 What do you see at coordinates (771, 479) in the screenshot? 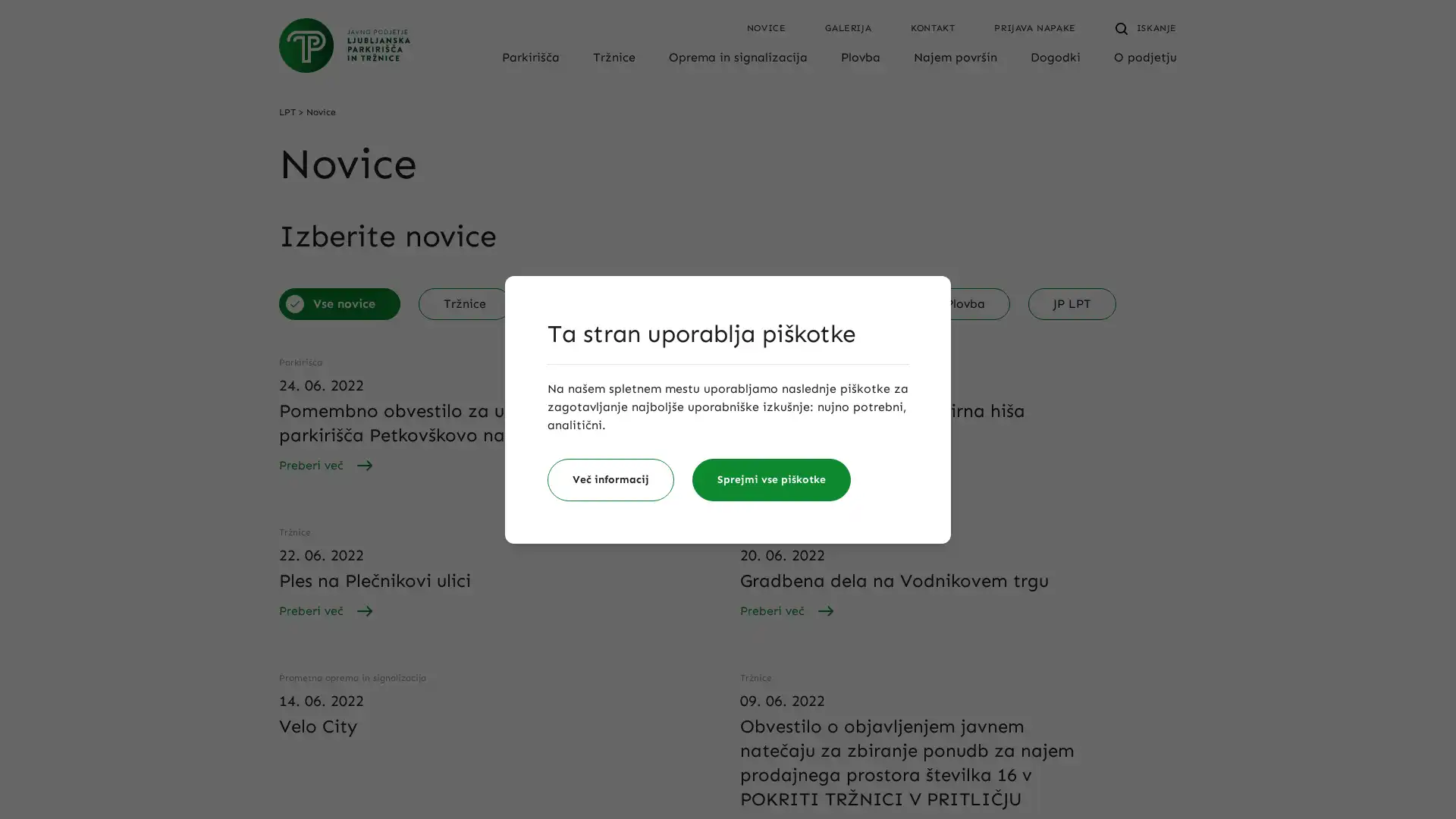
I see `Sprejmi vse piskotke` at bounding box center [771, 479].